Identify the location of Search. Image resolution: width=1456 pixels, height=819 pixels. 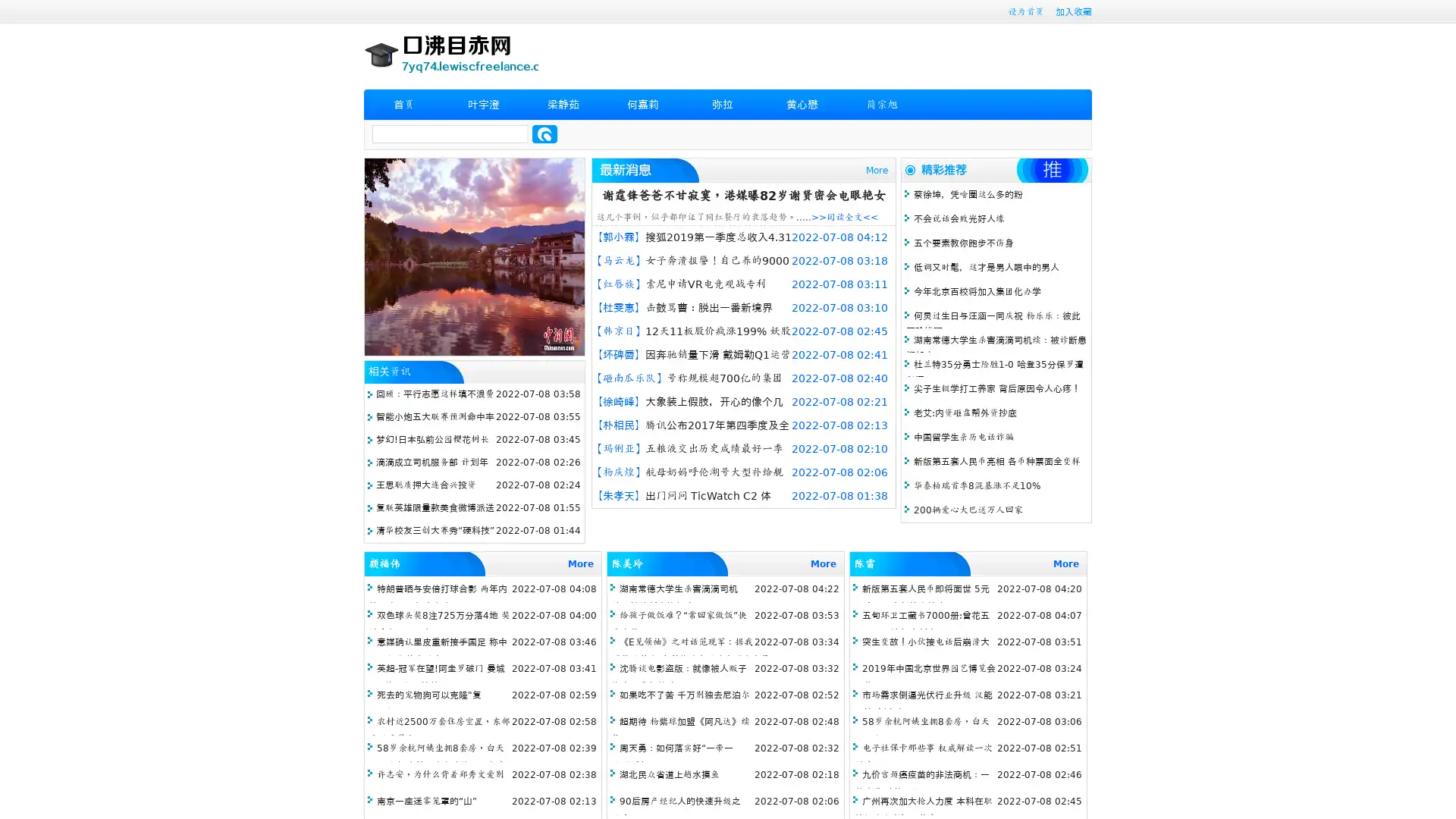
(544, 133).